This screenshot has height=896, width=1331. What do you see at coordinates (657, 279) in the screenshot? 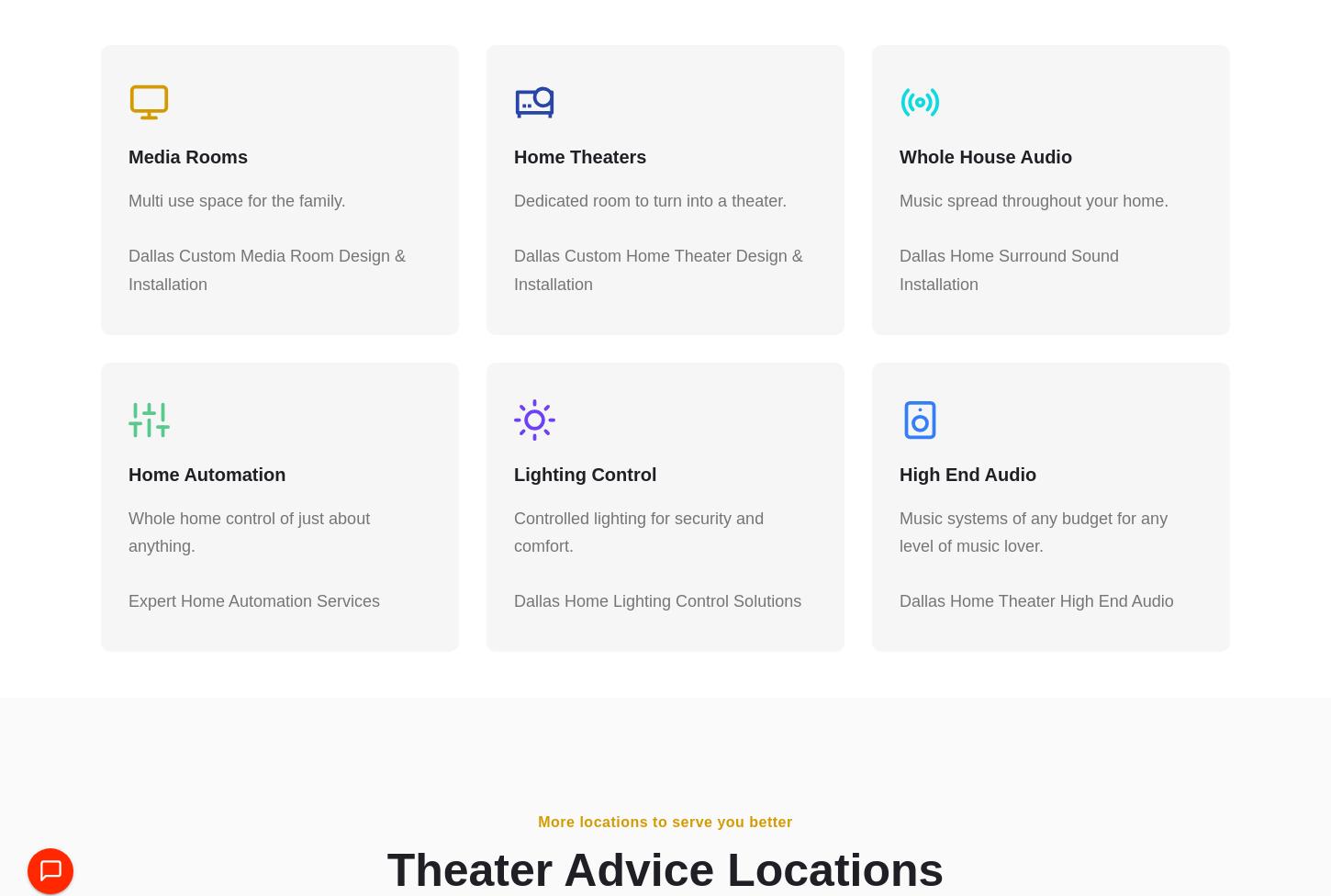
I see `'Dallas Custom Home Theater Design & Installation'` at bounding box center [657, 279].